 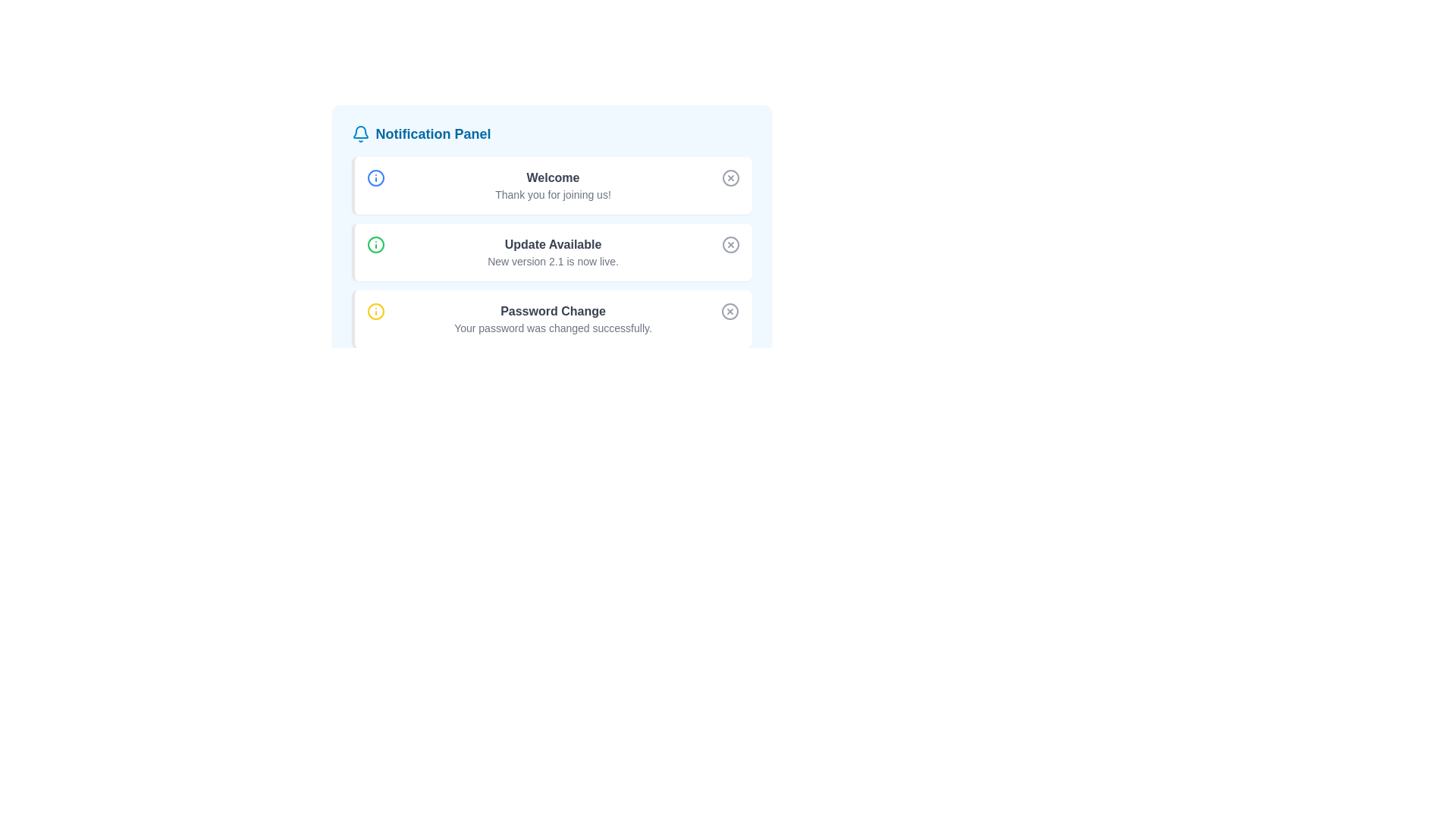 What do you see at coordinates (552, 244) in the screenshot?
I see `the static text element that reads 'Update Available', styled in bold dark gray font within the second notification card of the Notification Panel` at bounding box center [552, 244].